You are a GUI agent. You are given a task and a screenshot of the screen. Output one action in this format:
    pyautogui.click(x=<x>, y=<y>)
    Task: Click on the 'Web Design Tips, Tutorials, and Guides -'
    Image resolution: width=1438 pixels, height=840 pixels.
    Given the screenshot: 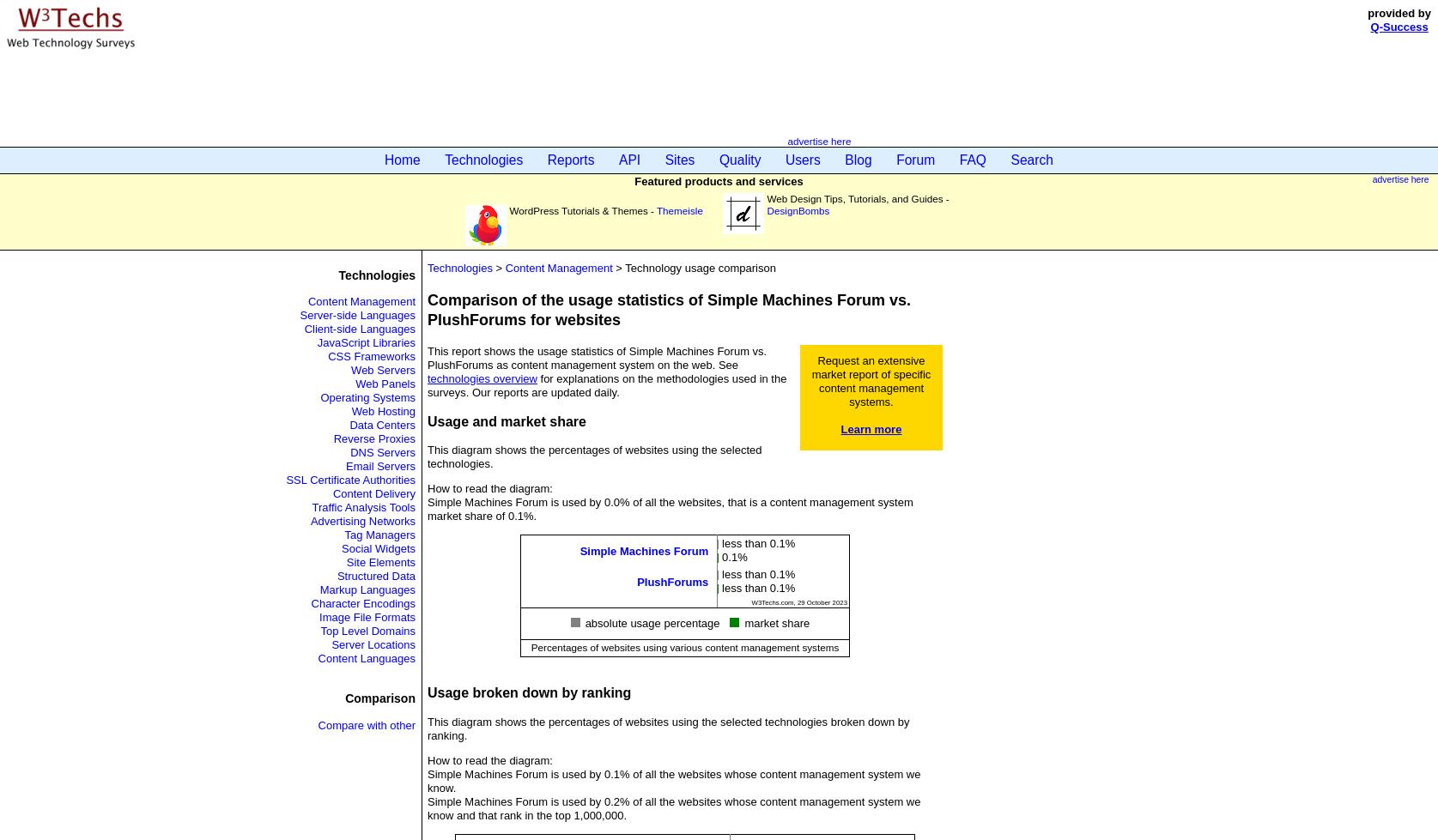 What is the action you would take?
    pyautogui.click(x=856, y=198)
    